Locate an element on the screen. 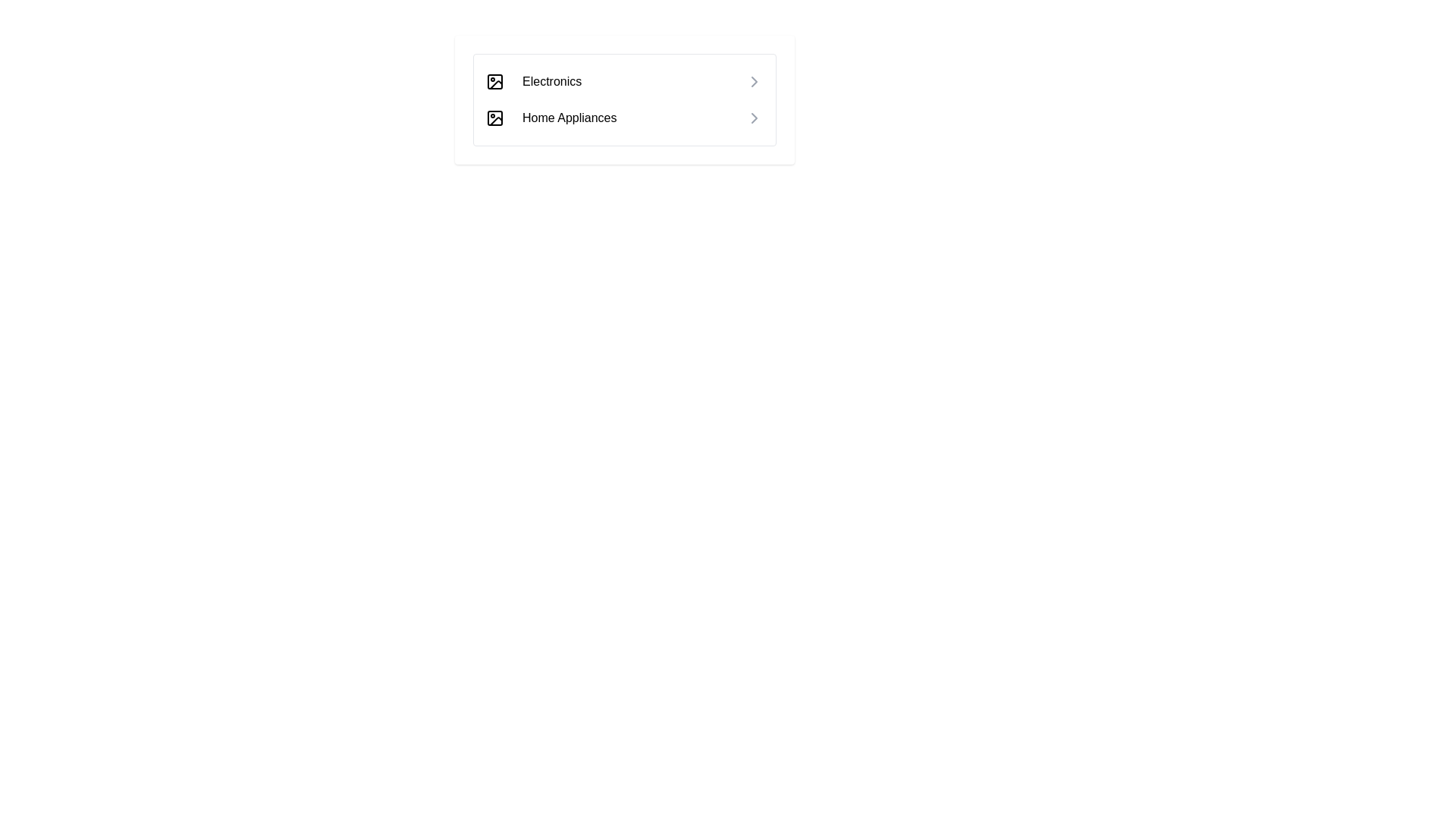  the navigability icon located to the right of the 'Home Appliances' text is located at coordinates (754, 117).